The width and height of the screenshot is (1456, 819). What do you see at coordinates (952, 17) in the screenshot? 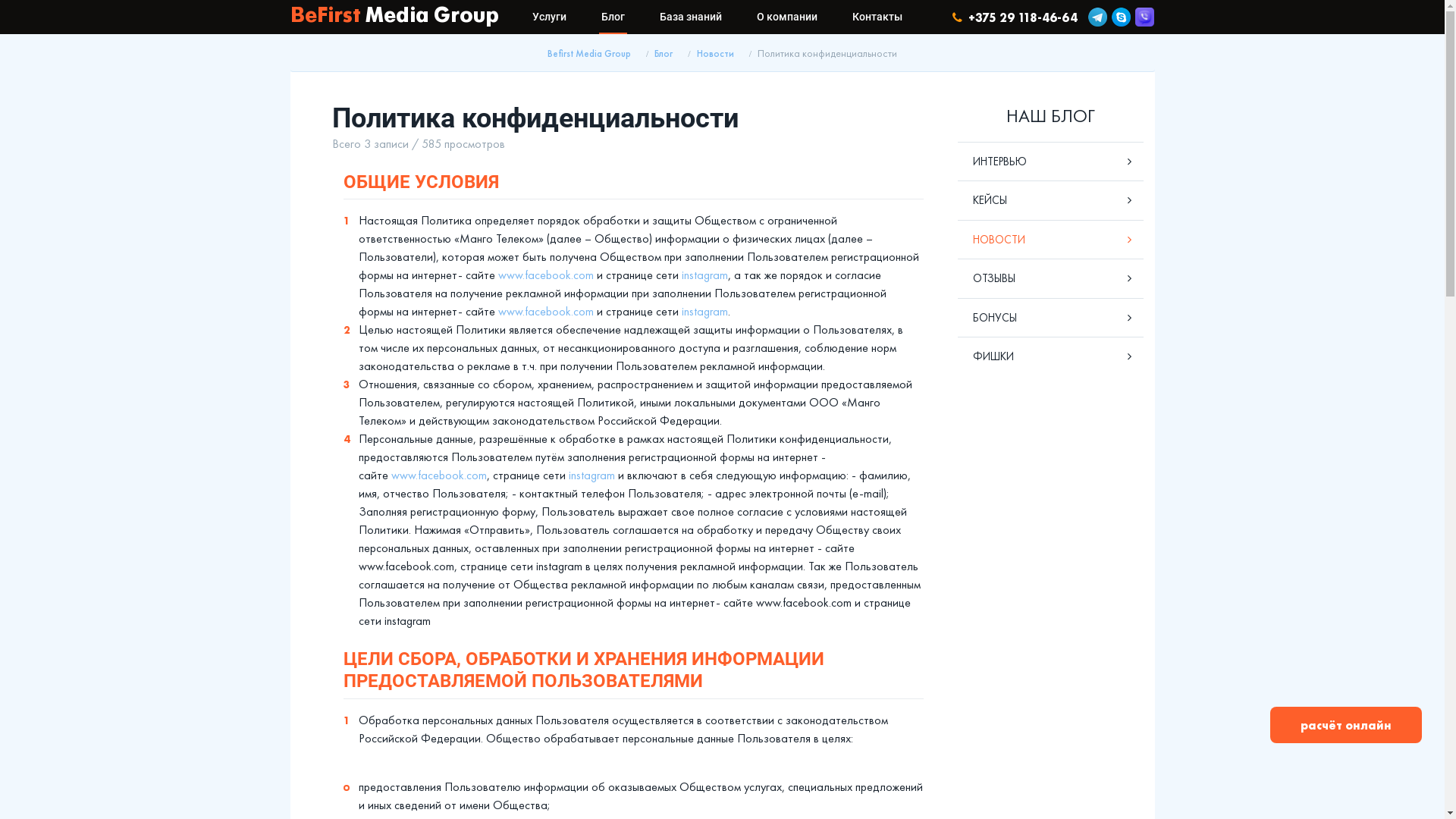
I see `'  +375 29 118-46-64'` at bounding box center [952, 17].